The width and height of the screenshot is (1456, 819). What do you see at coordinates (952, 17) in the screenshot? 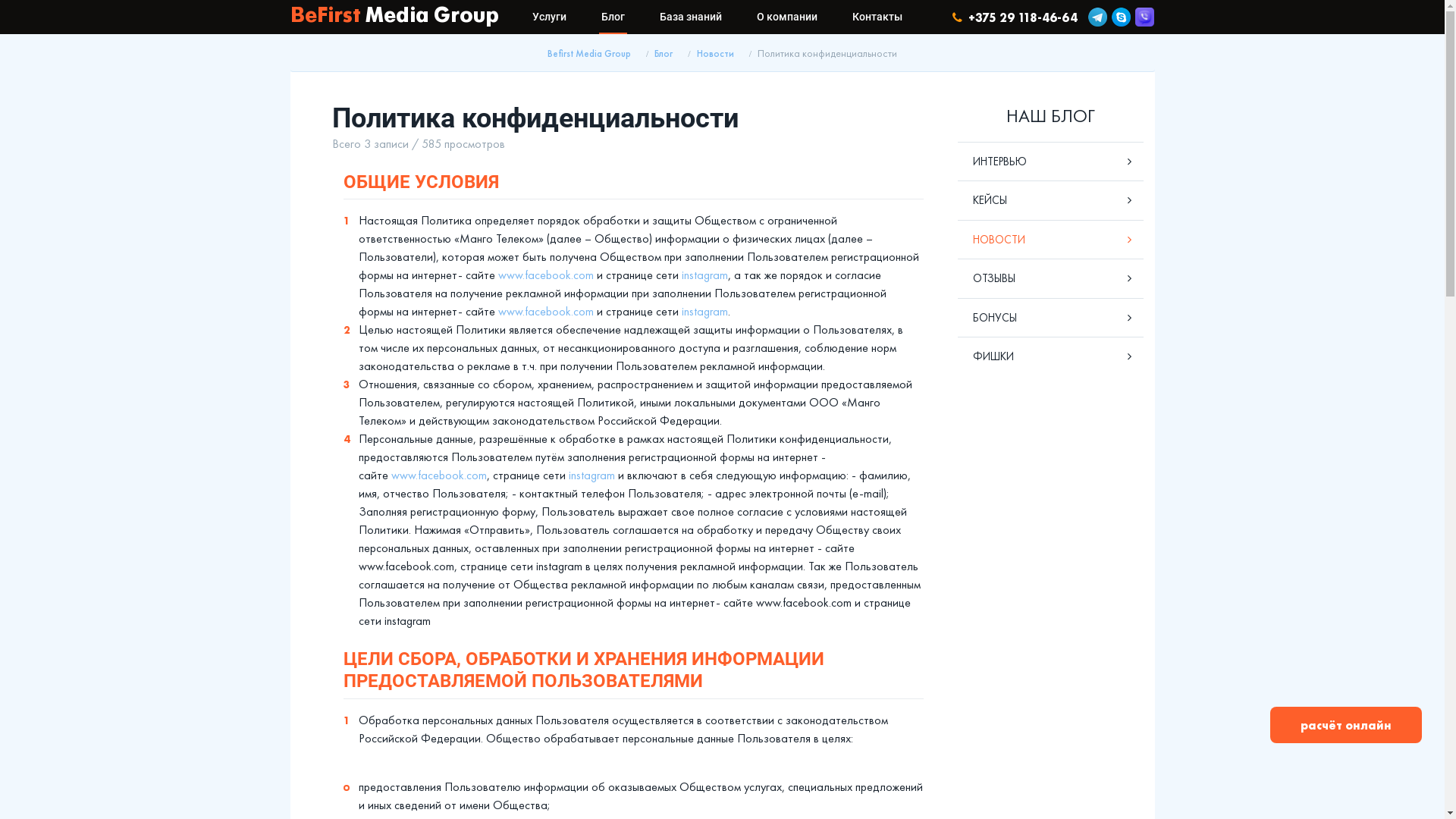
I see `'  +375 29 118-46-64'` at bounding box center [952, 17].